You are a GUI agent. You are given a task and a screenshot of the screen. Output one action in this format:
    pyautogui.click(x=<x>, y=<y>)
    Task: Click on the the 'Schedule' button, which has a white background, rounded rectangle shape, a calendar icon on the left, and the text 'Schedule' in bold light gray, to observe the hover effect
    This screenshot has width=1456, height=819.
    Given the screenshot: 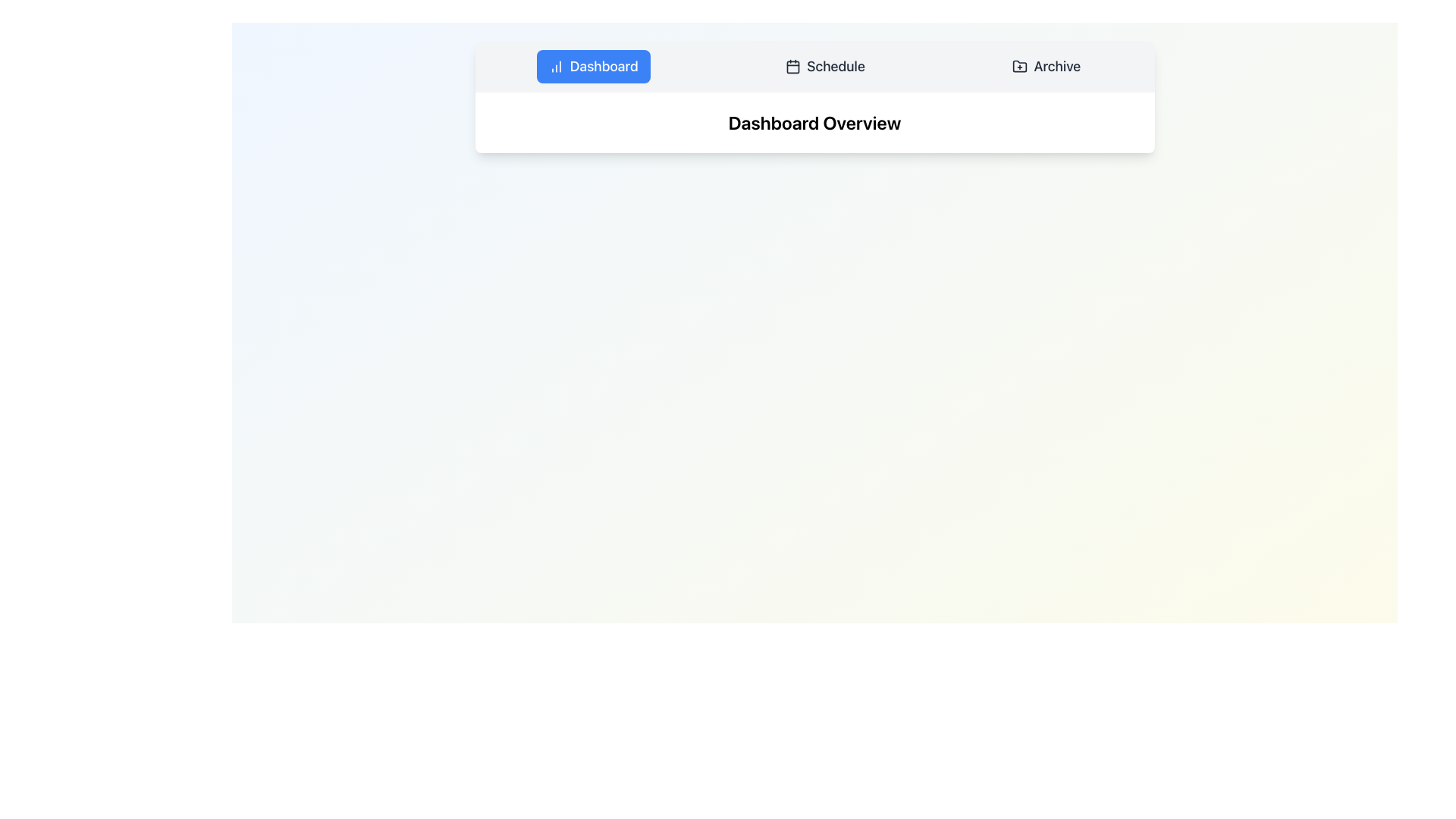 What is the action you would take?
    pyautogui.click(x=824, y=66)
    